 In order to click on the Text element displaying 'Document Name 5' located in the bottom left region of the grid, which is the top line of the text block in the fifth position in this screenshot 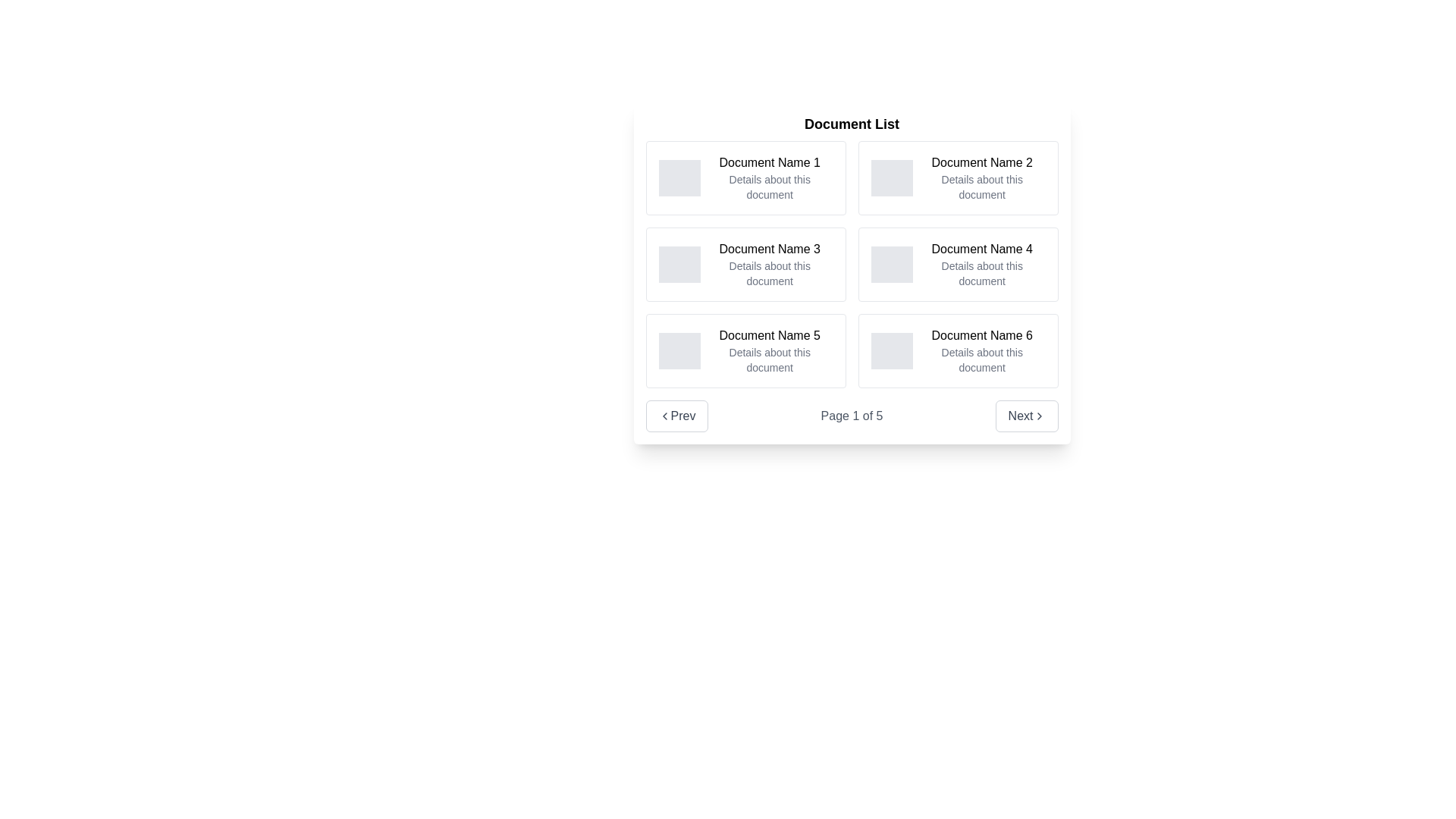, I will do `click(770, 335)`.